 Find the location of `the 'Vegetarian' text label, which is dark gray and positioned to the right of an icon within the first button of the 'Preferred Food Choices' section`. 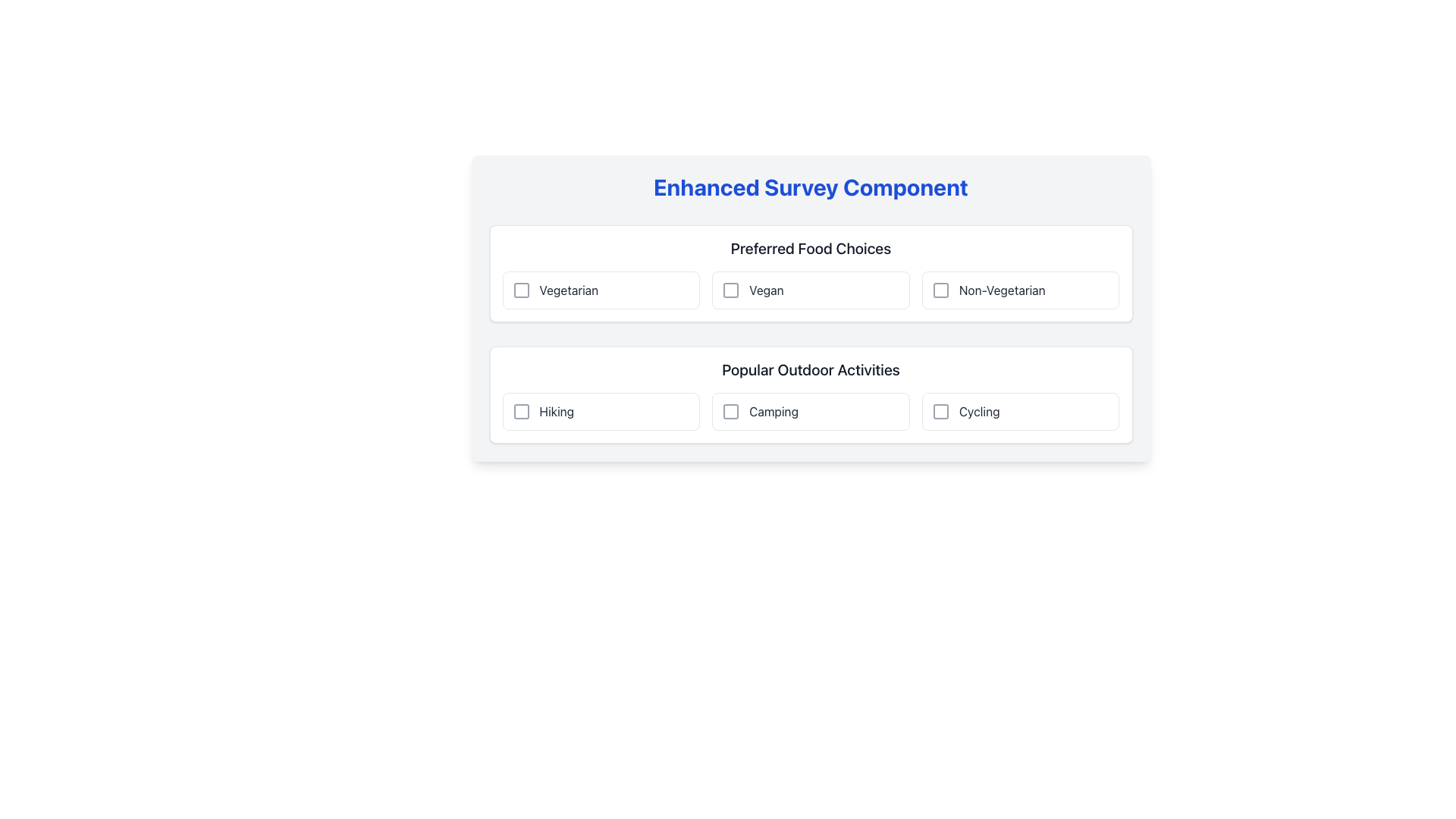

the 'Vegetarian' text label, which is dark gray and positioned to the right of an icon within the first button of the 'Preferred Food Choices' section is located at coordinates (568, 290).